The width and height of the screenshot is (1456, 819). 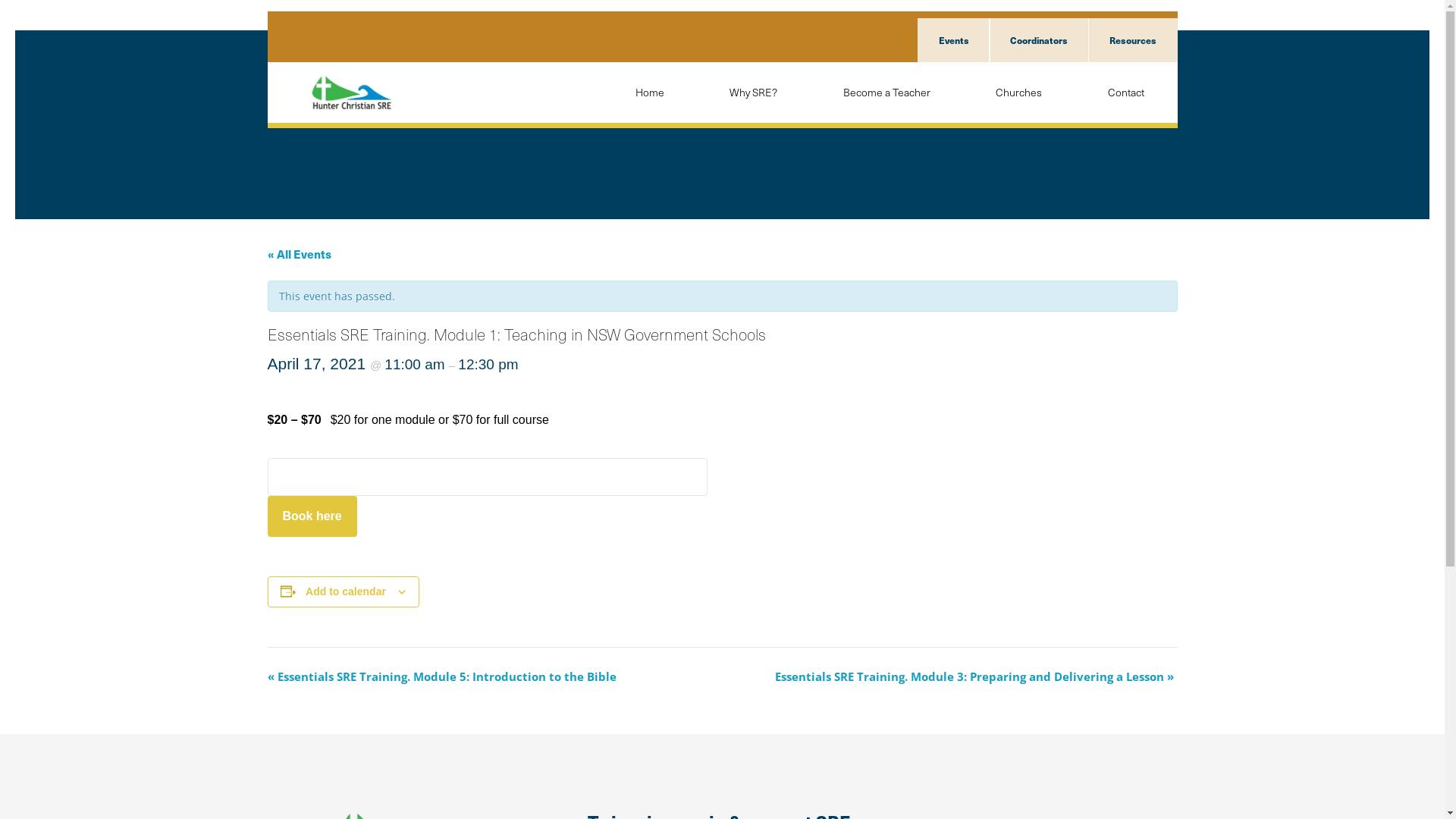 I want to click on 'Add to calendar', so click(x=345, y=590).